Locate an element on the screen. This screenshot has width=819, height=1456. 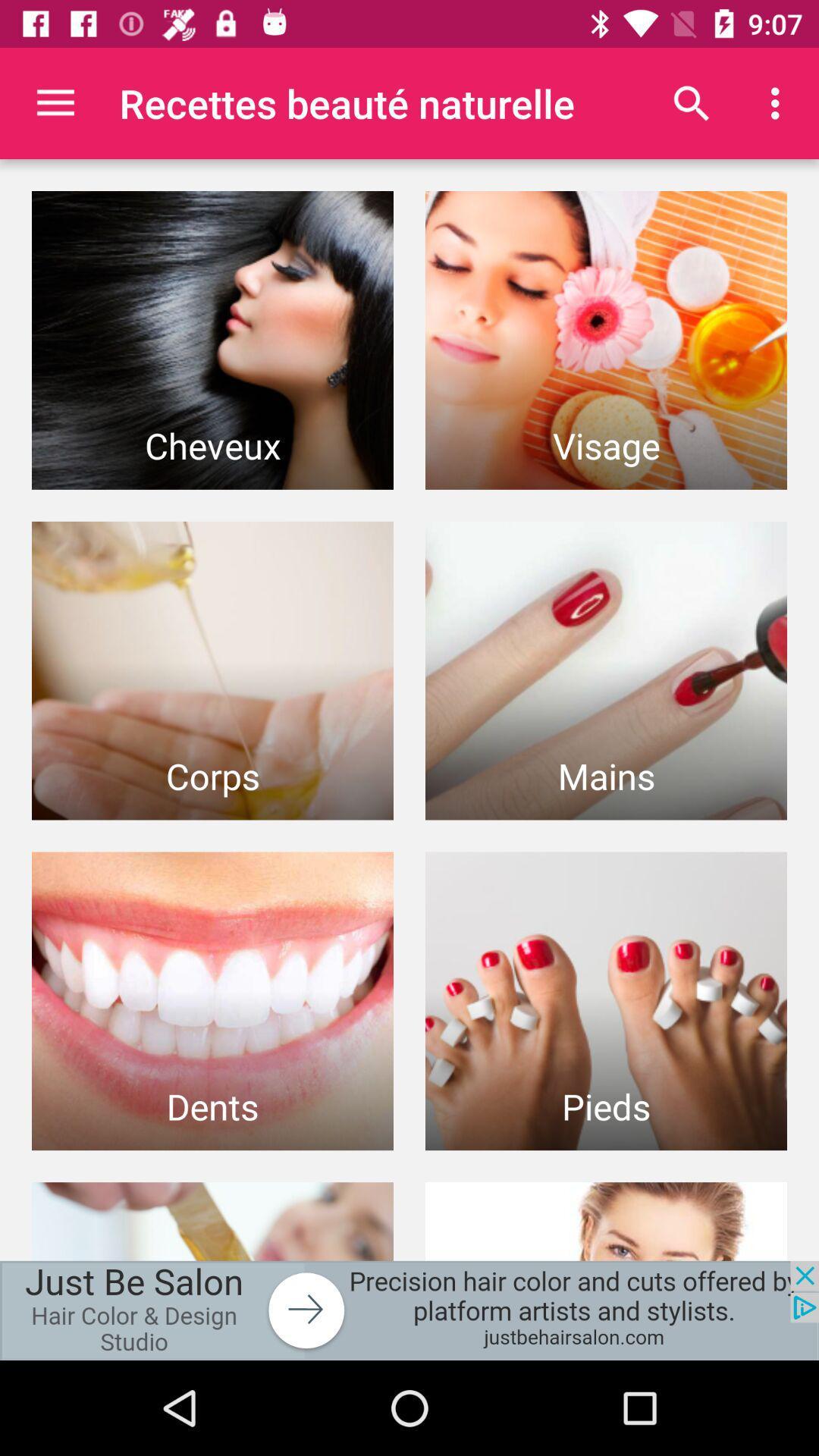
advertisement portion is located at coordinates (409, 1310).